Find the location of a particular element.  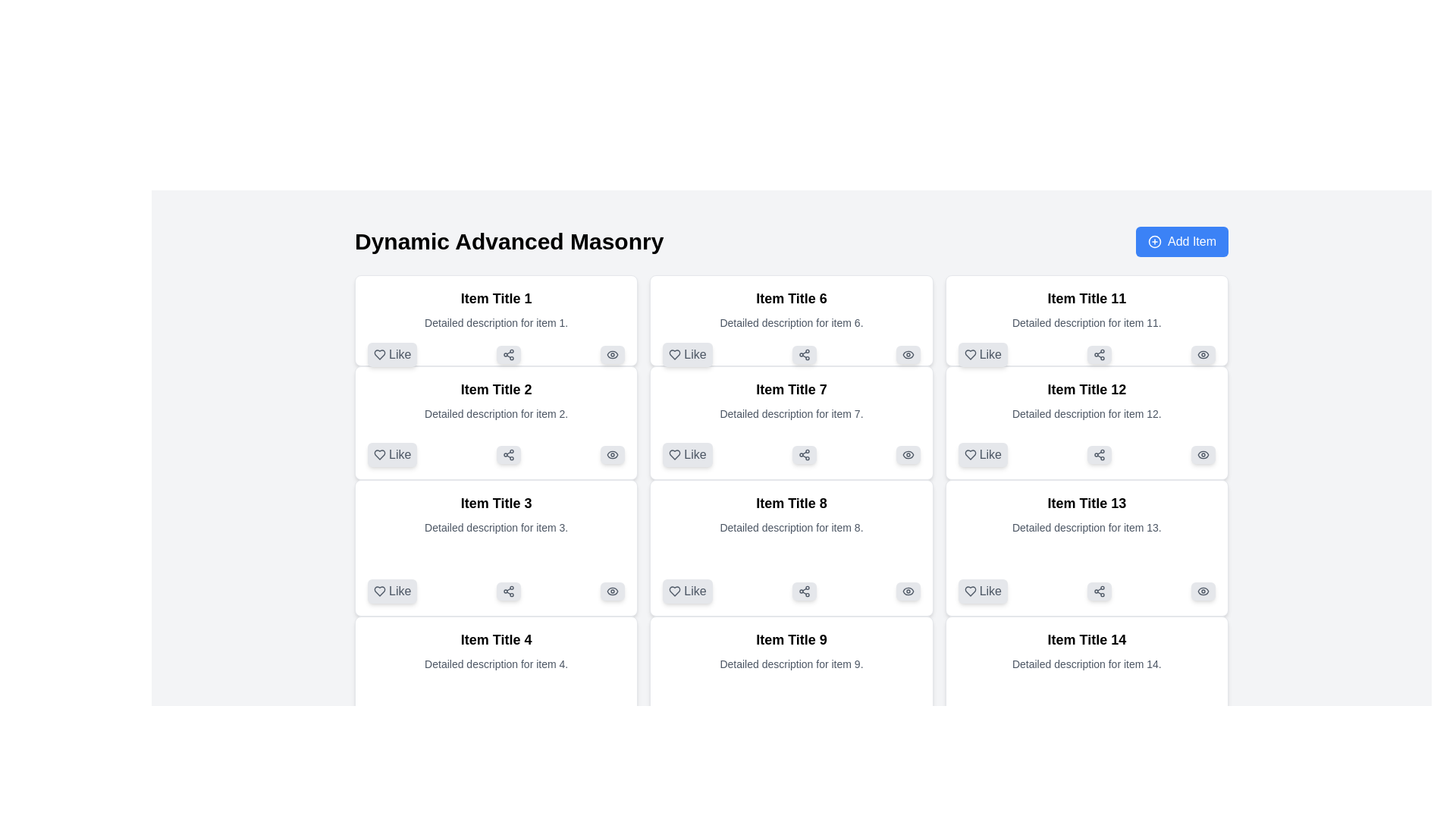

the text content element displaying the title and description of the item in the card located in the third column and second row of the masonry grid layout is located at coordinates (1086, 309).